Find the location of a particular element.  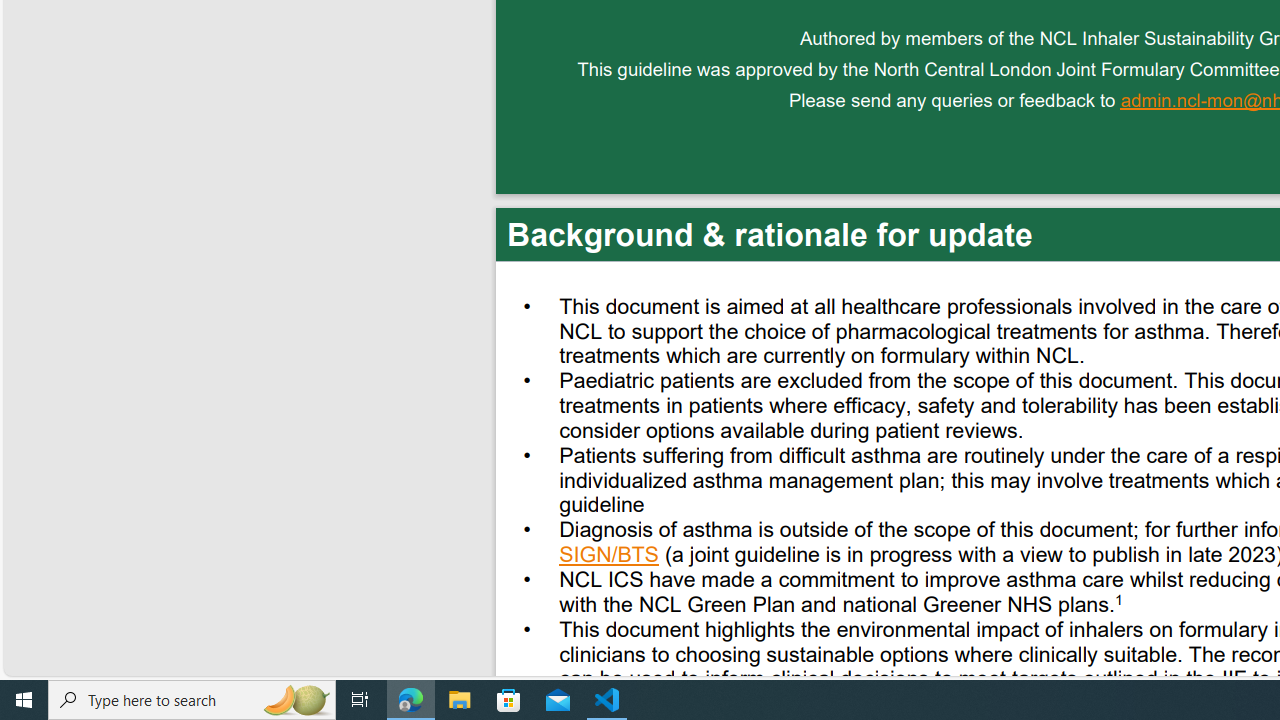

'SIGN/BTS' is located at coordinates (608, 557).